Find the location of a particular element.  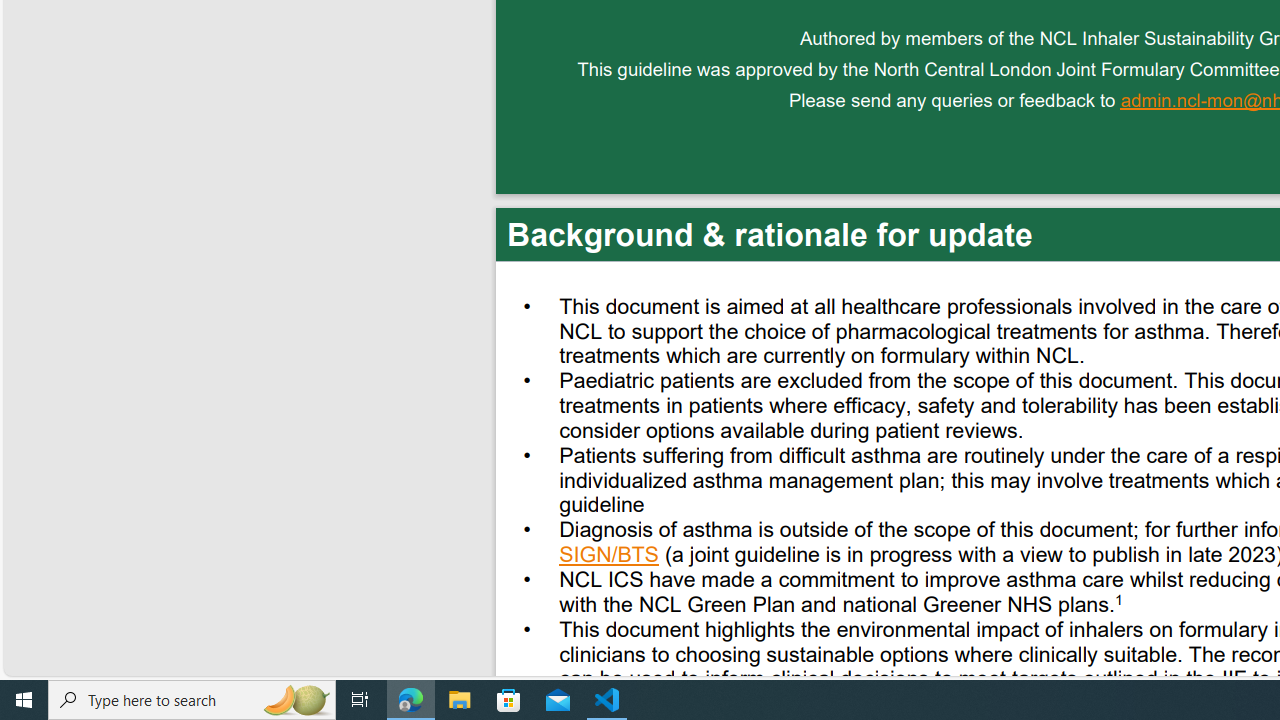

'SIGN/BTS' is located at coordinates (608, 557).